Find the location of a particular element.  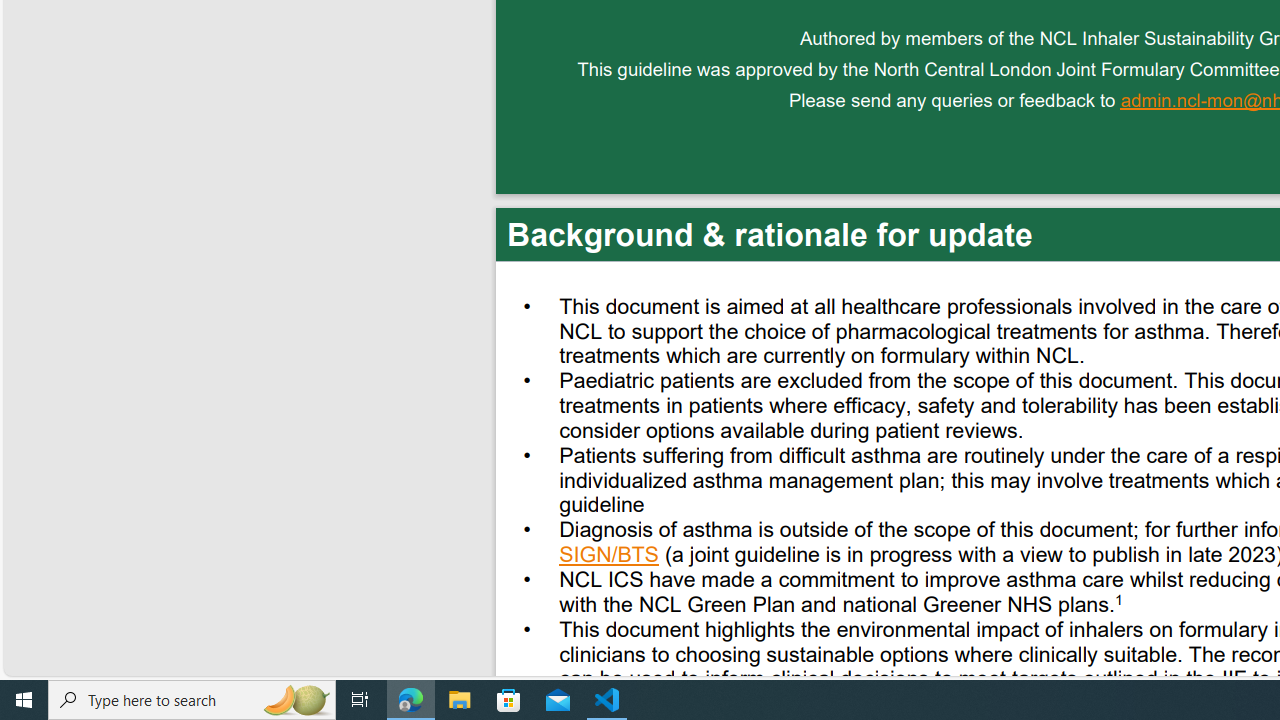

'SIGN/BTS' is located at coordinates (608, 557).